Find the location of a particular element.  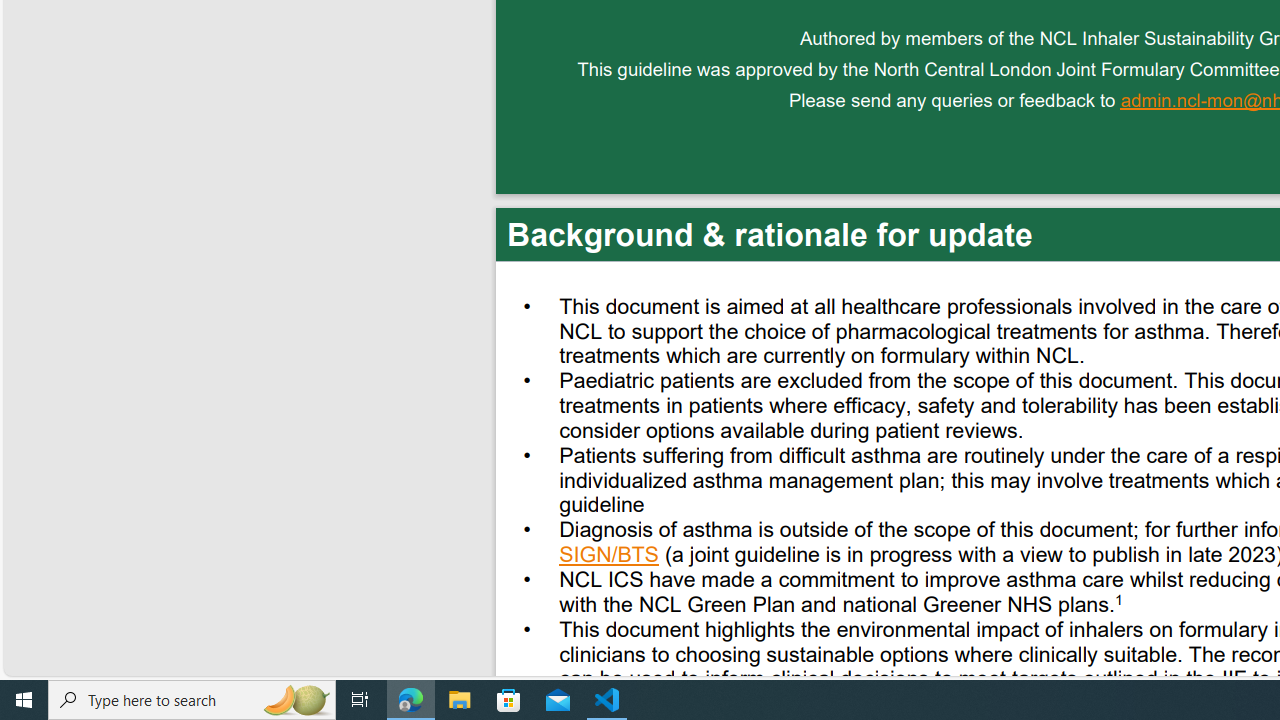

'SIGN/BTS' is located at coordinates (608, 557).